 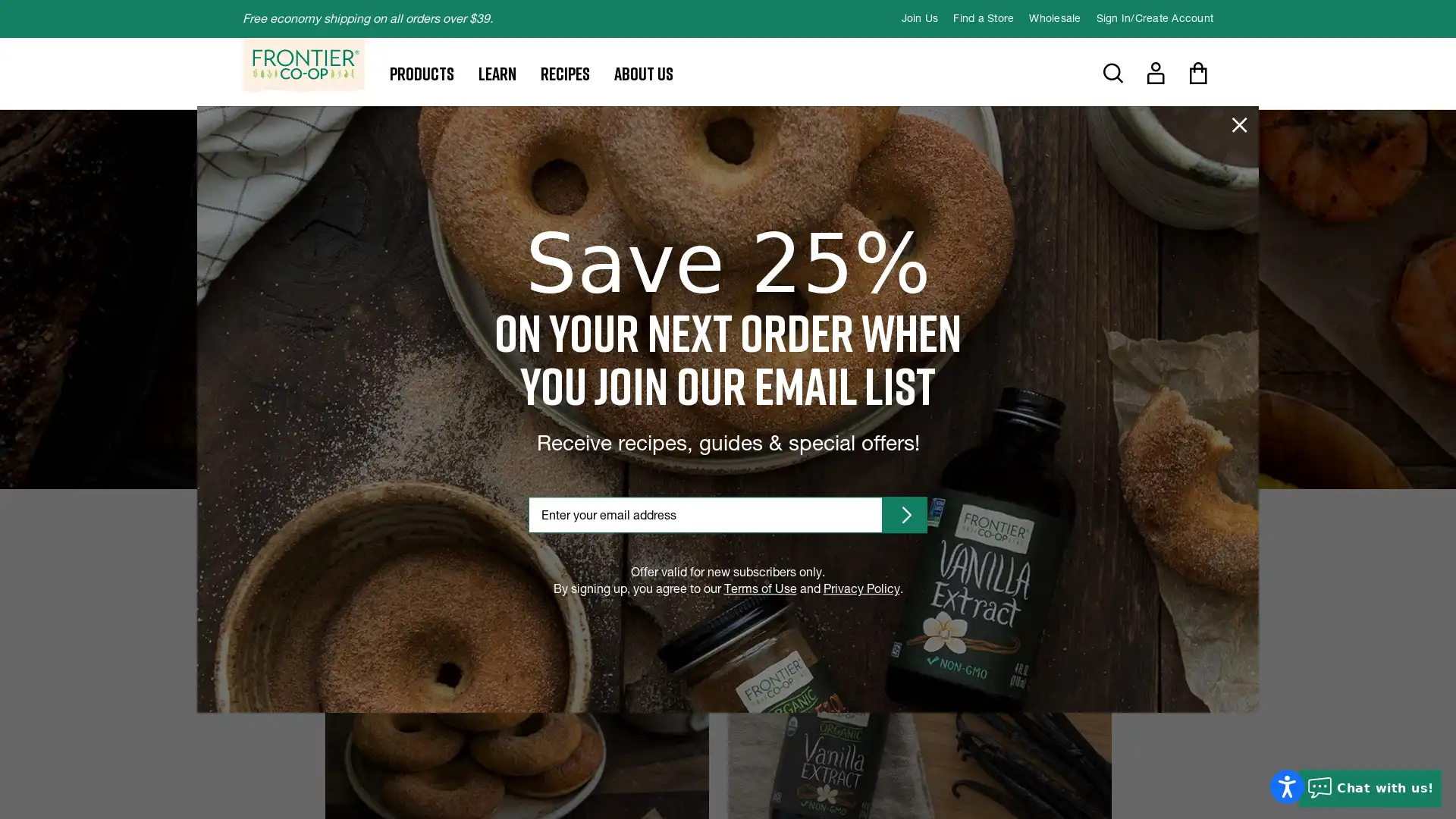 What do you see at coordinates (1369, 788) in the screenshot?
I see `Chat with us!` at bounding box center [1369, 788].